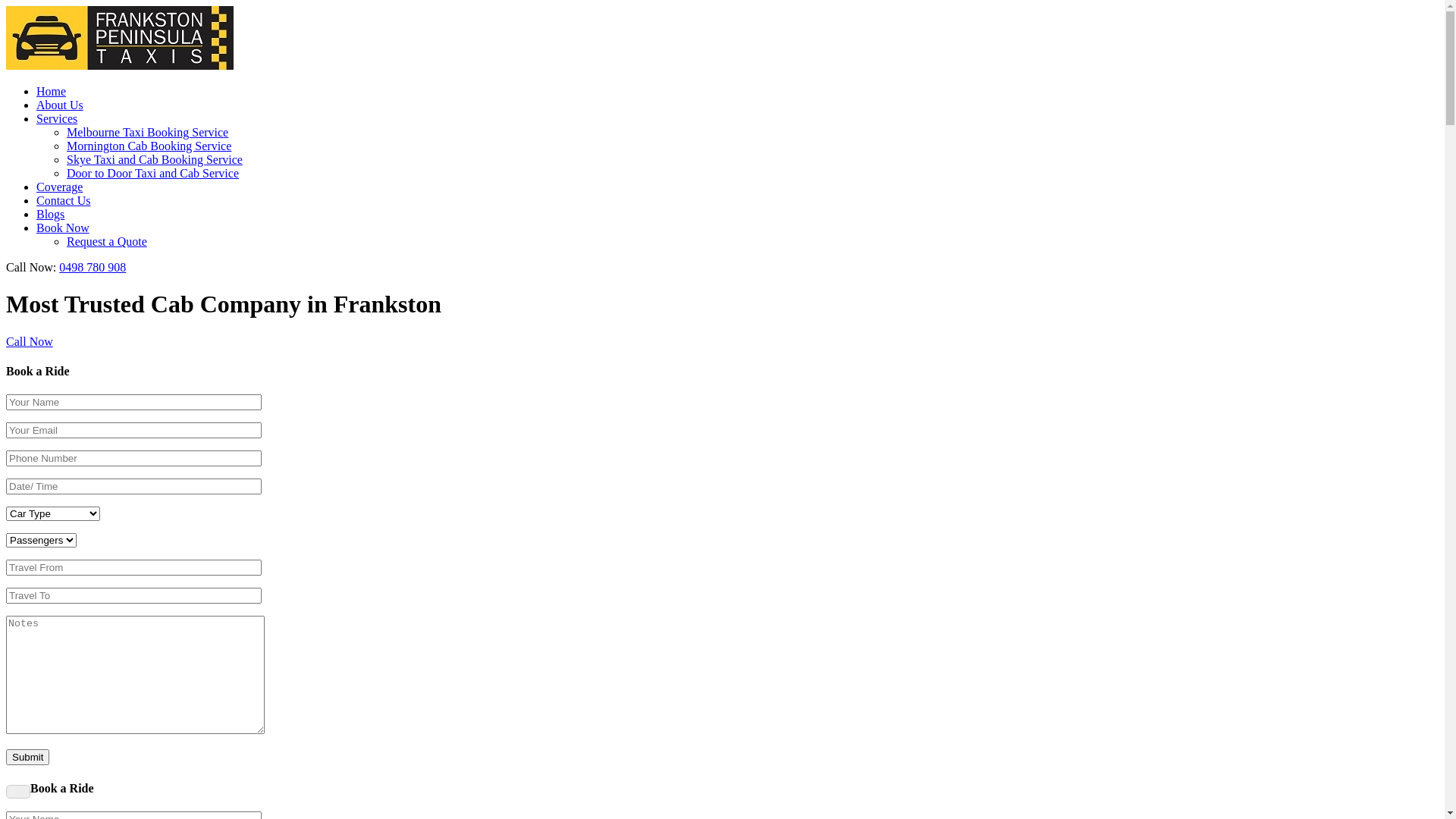 The height and width of the screenshot is (819, 1456). What do you see at coordinates (59, 186) in the screenshot?
I see `'Coverage'` at bounding box center [59, 186].